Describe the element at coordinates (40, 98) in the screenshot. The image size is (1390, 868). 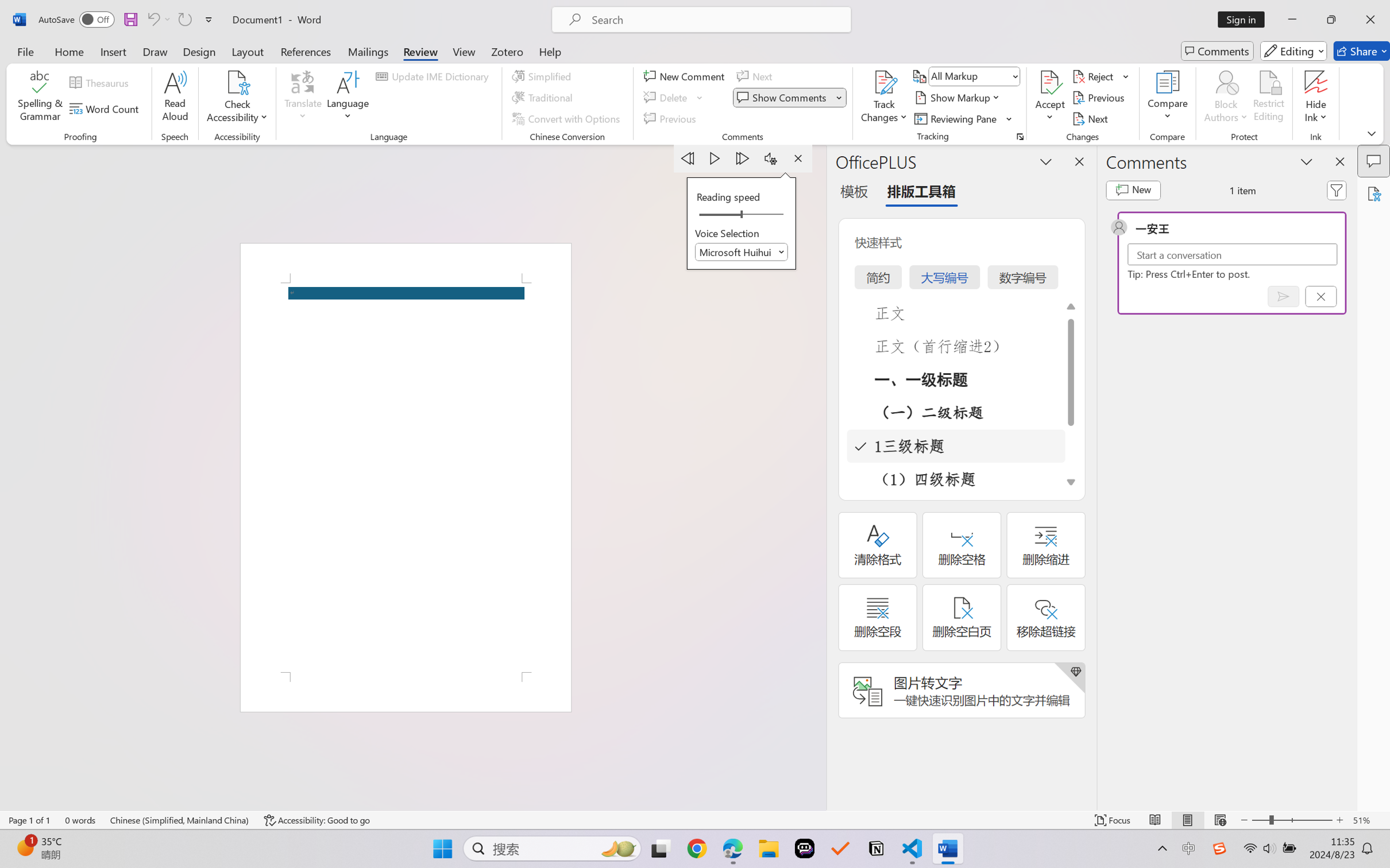
I see `'Spelling & Grammar'` at that location.